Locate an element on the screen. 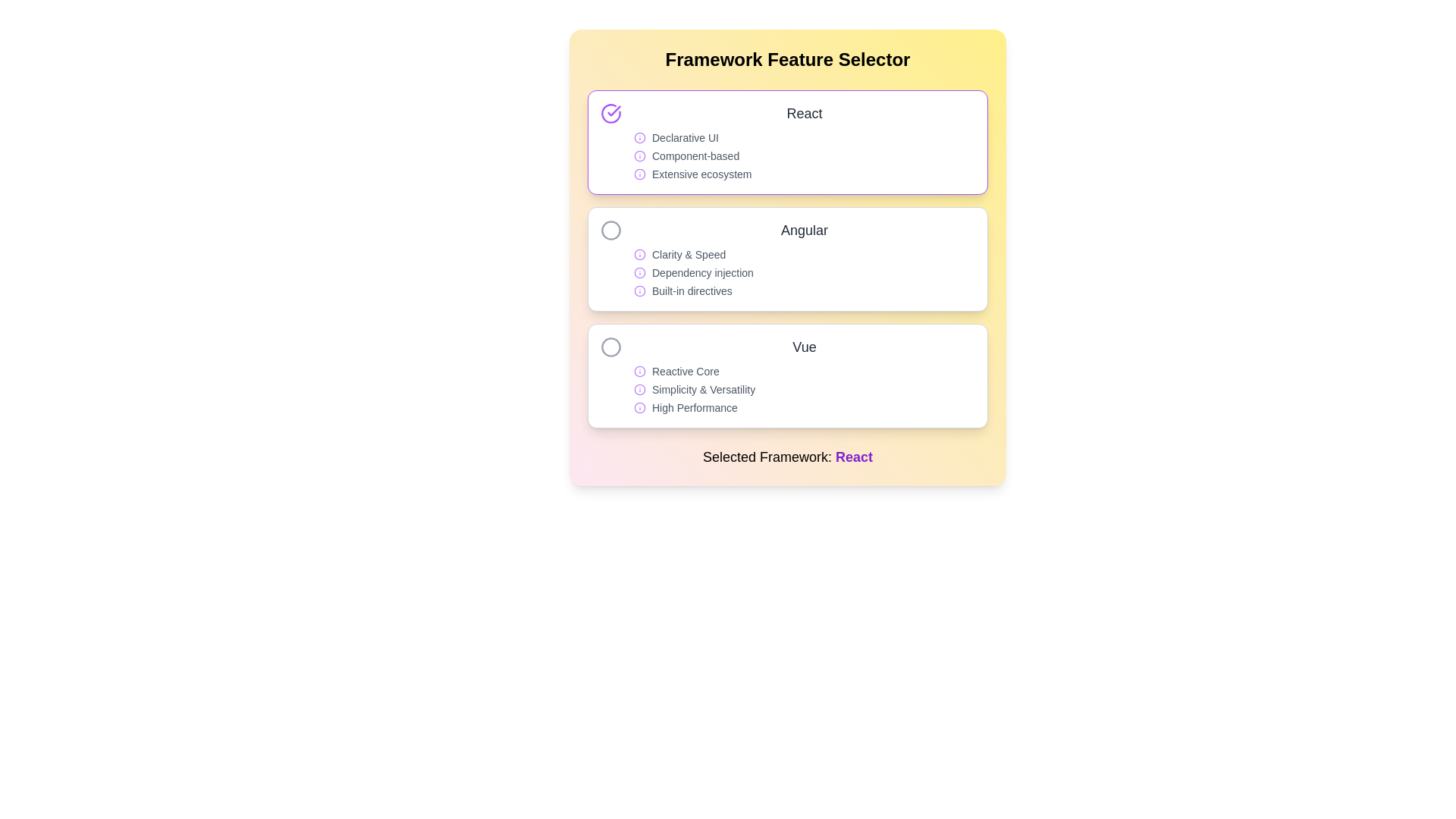 The height and width of the screenshot is (819, 1456). the visual effect of the Circle SVG component that serves as a visual marker for the 'Angular' option is located at coordinates (611, 231).